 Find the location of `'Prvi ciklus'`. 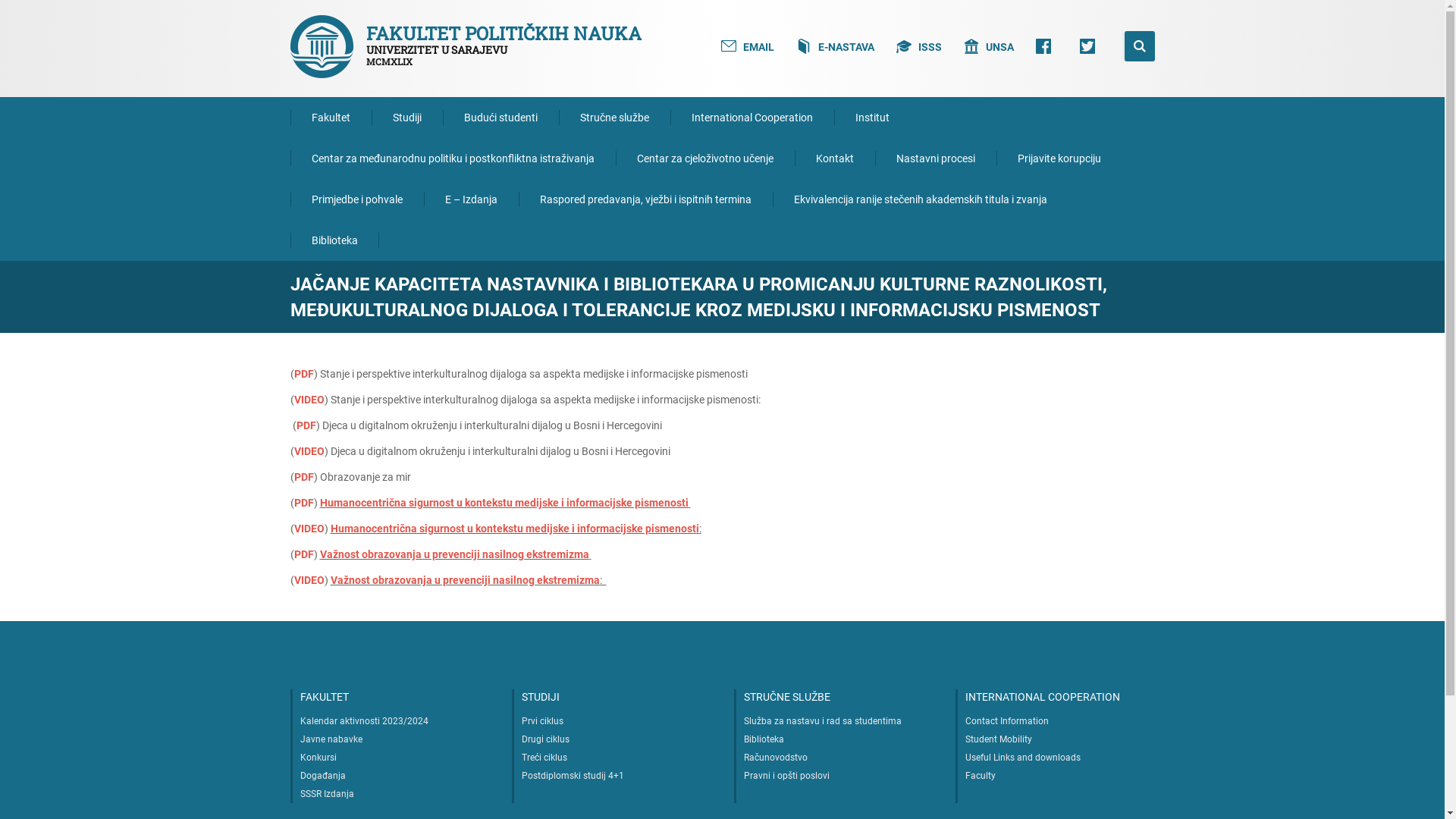

'Prvi ciklus' is located at coordinates (542, 720).